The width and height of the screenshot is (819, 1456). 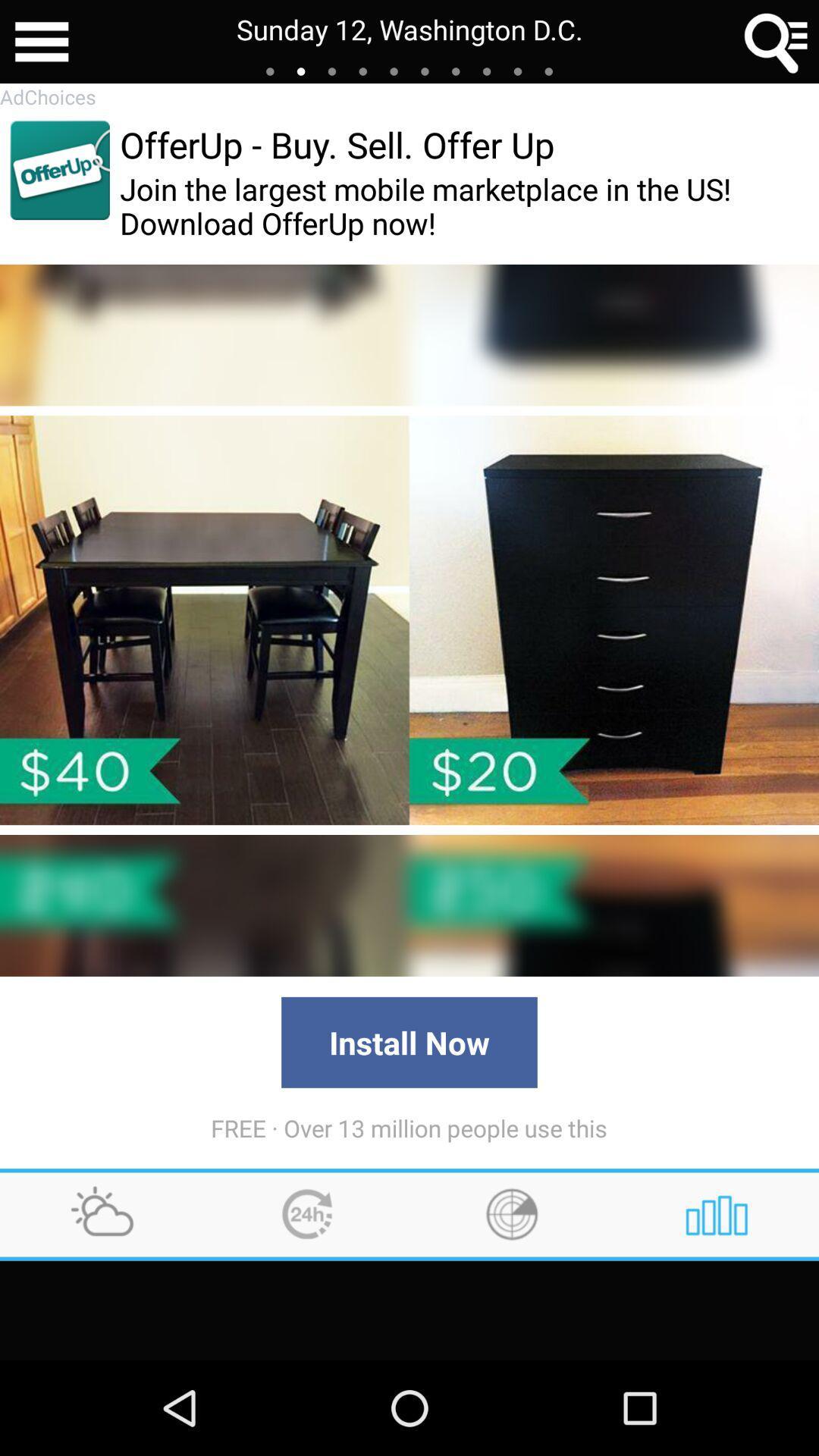 I want to click on open offer up, so click(x=59, y=170).